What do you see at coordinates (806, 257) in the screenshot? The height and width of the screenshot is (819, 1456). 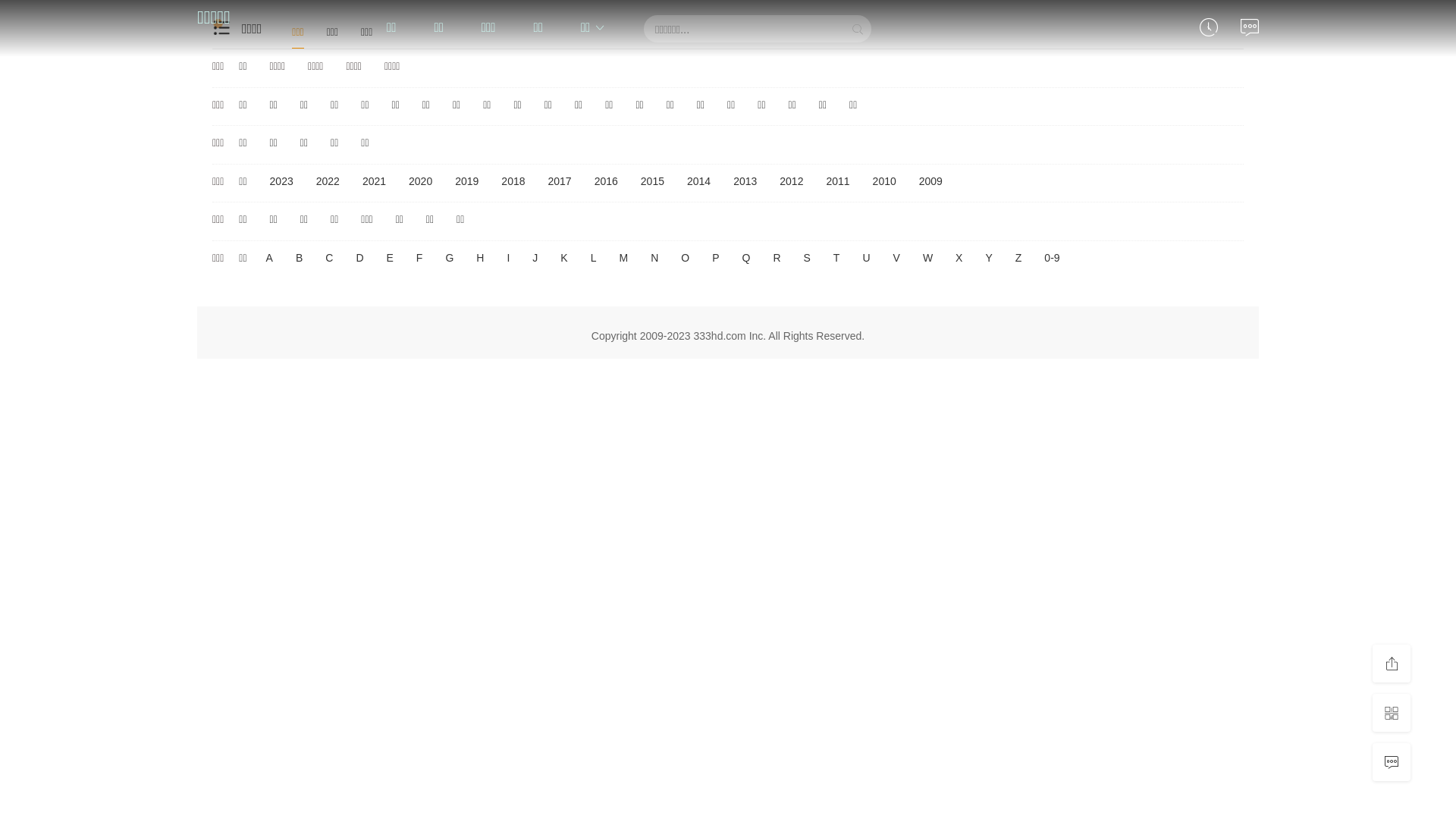 I see `'S'` at bounding box center [806, 257].